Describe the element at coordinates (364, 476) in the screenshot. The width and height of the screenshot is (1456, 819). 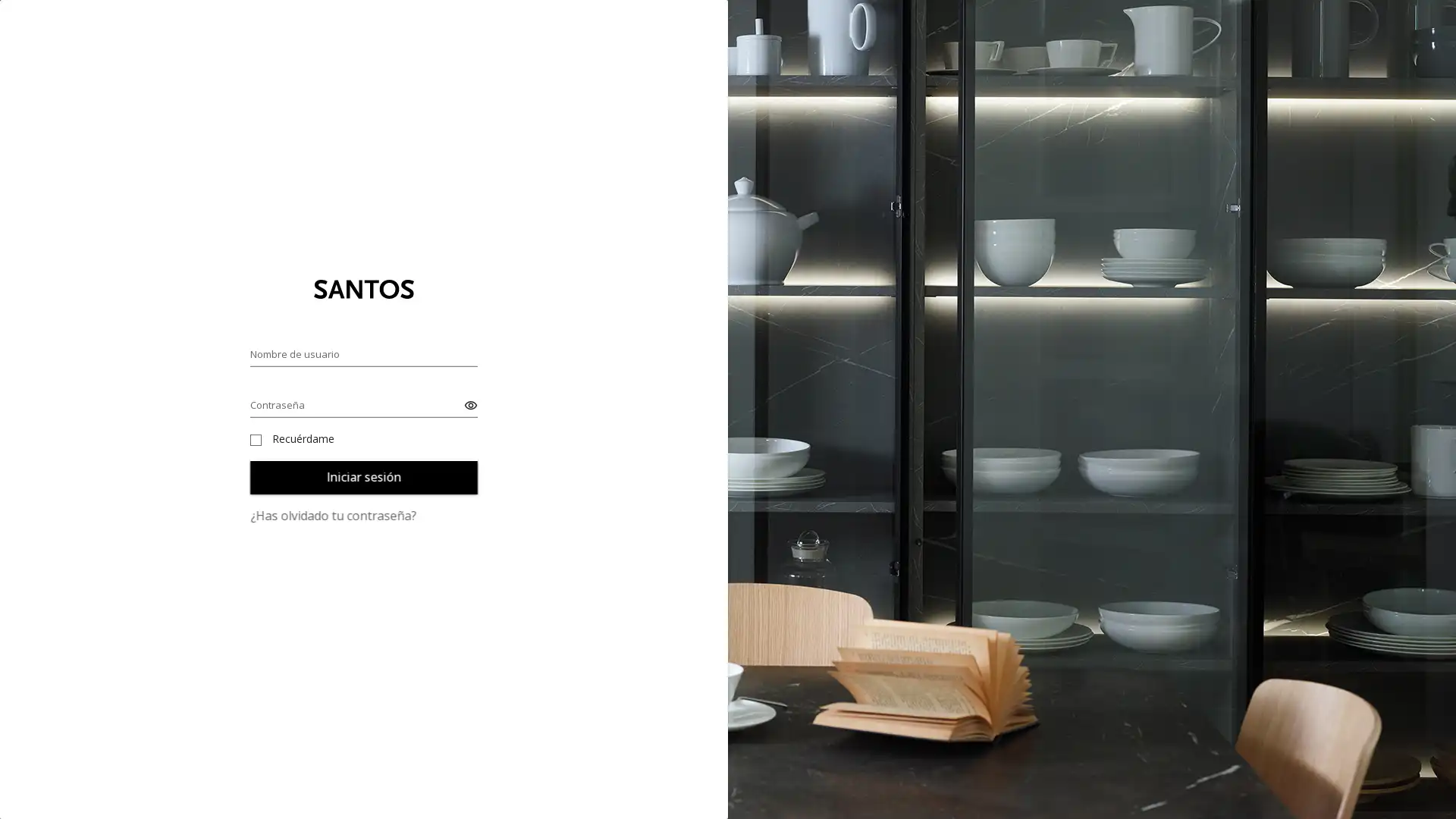
I see `Iniciar sesion` at that location.